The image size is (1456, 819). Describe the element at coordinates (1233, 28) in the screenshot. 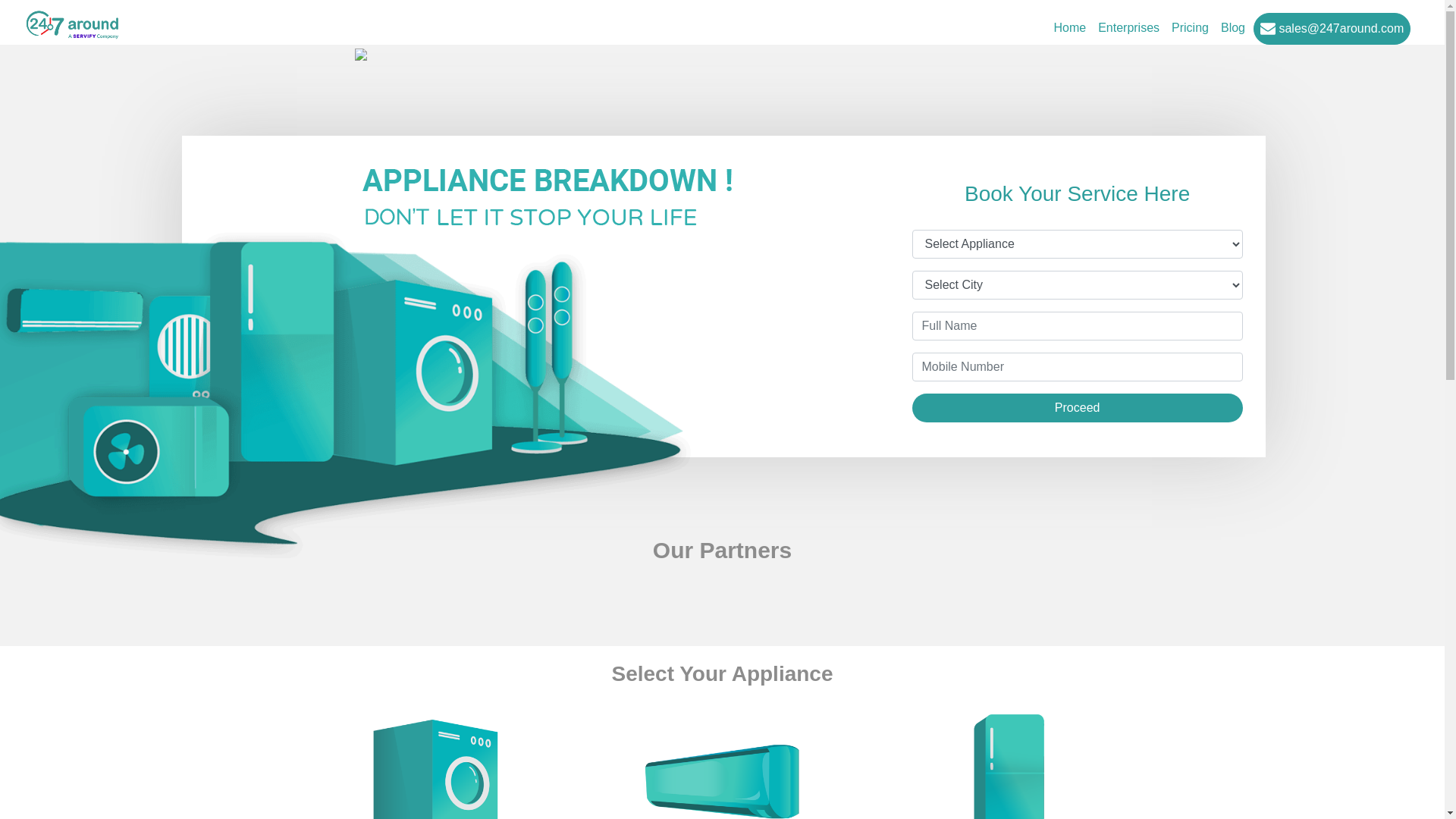

I see `'Blog'` at that location.